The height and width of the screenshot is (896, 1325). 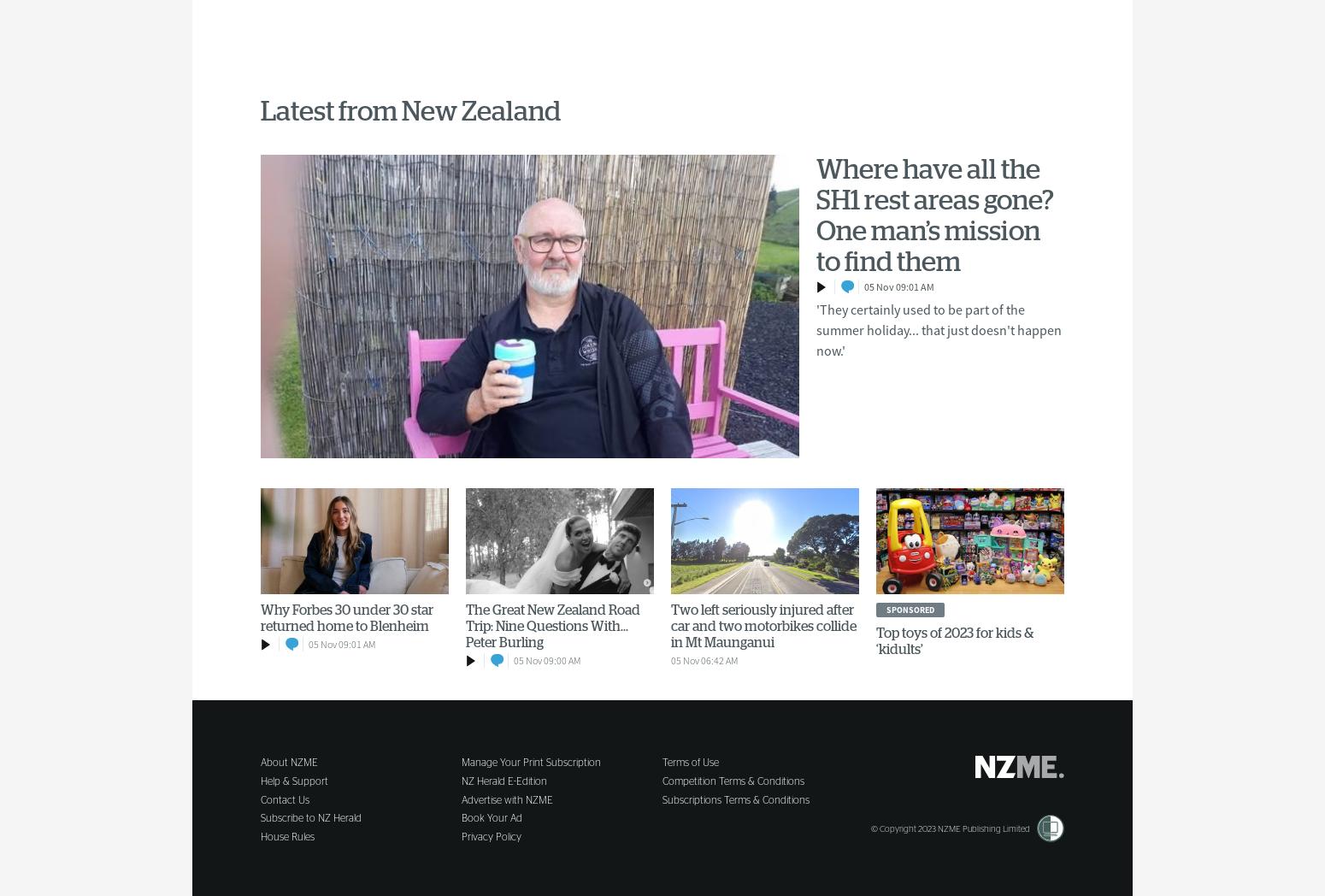 What do you see at coordinates (288, 761) in the screenshot?
I see `'About NZME'` at bounding box center [288, 761].